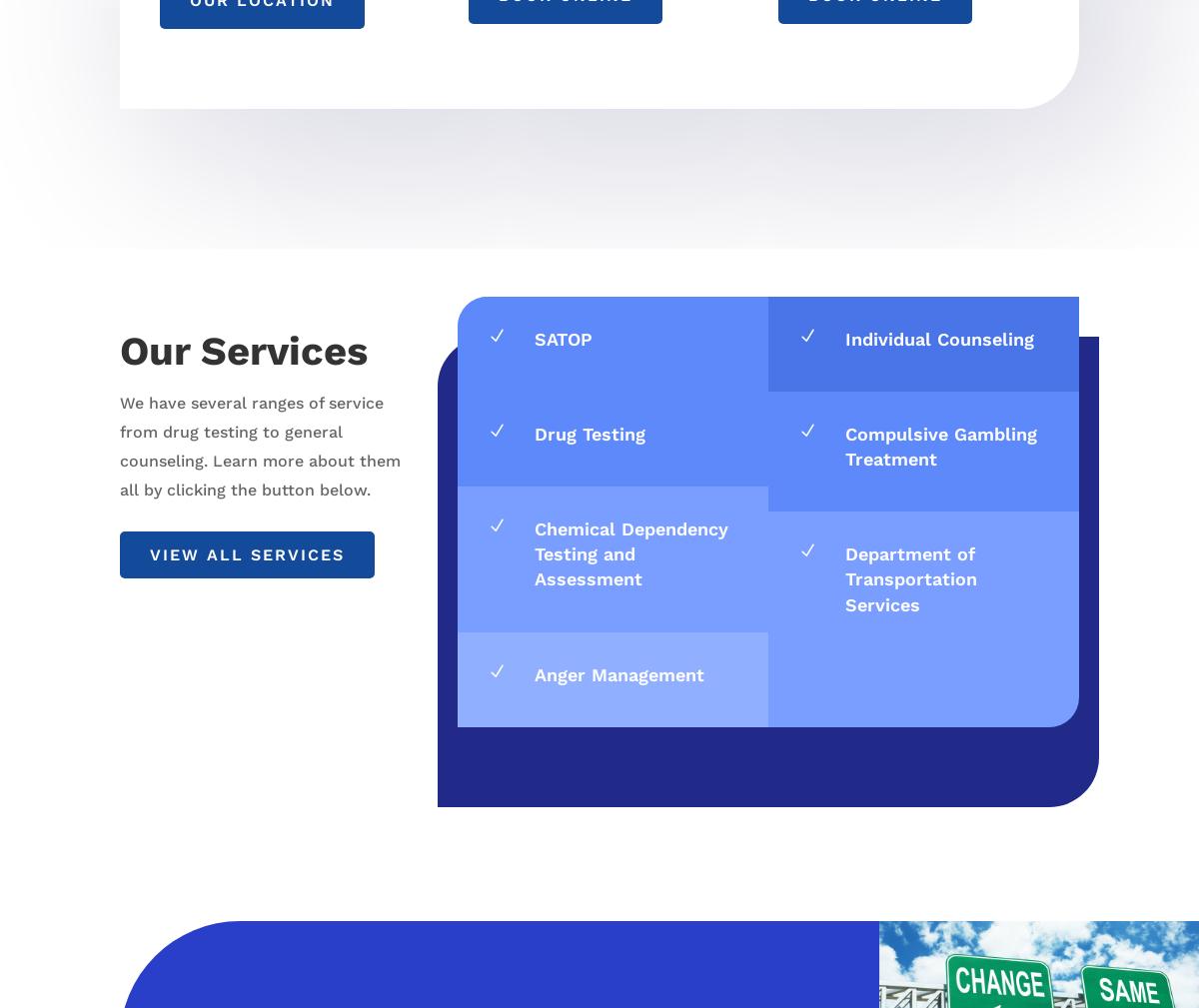  What do you see at coordinates (938, 337) in the screenshot?
I see `'Individual Counseling'` at bounding box center [938, 337].